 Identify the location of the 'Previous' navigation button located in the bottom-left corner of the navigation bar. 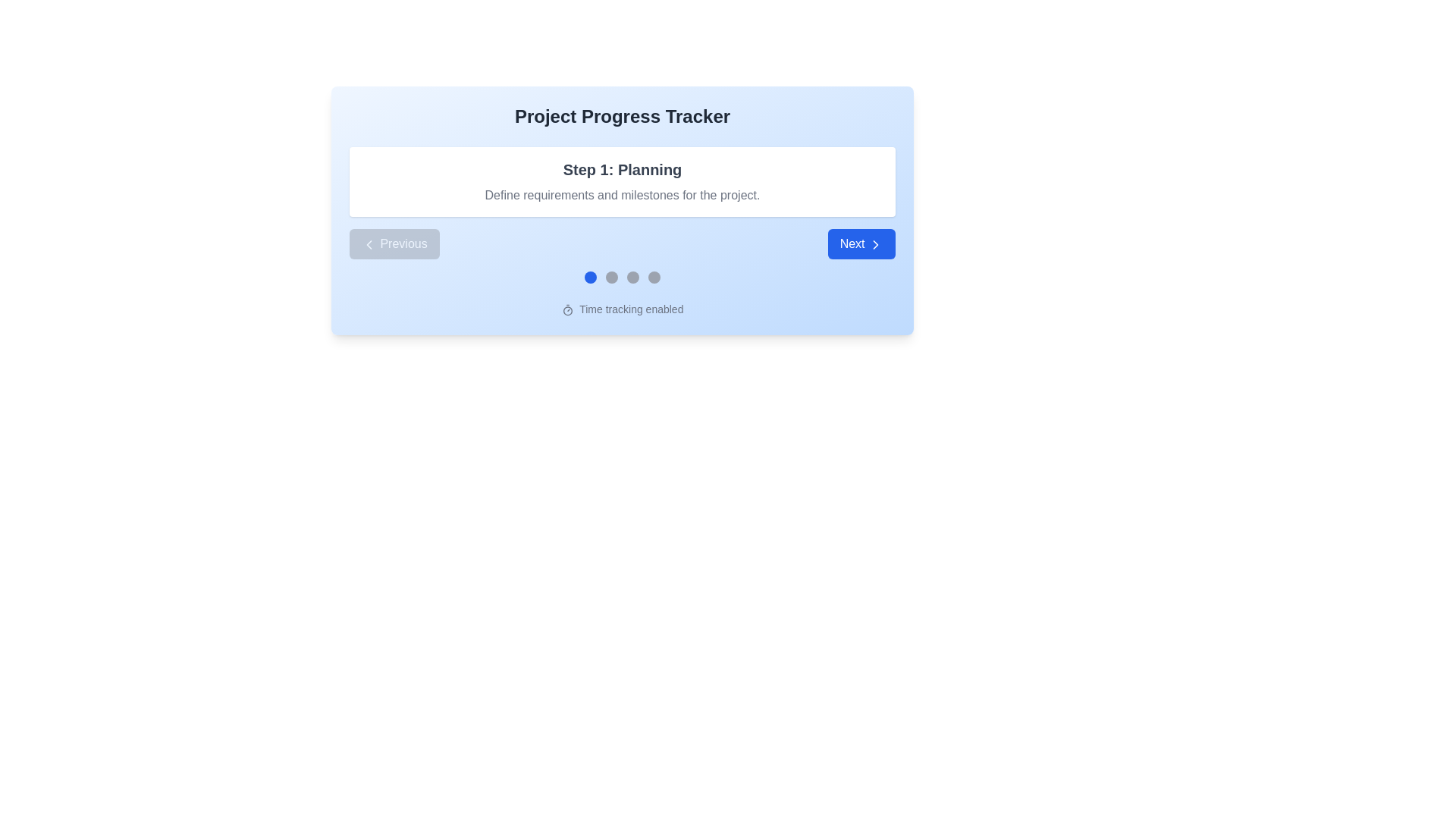
(394, 243).